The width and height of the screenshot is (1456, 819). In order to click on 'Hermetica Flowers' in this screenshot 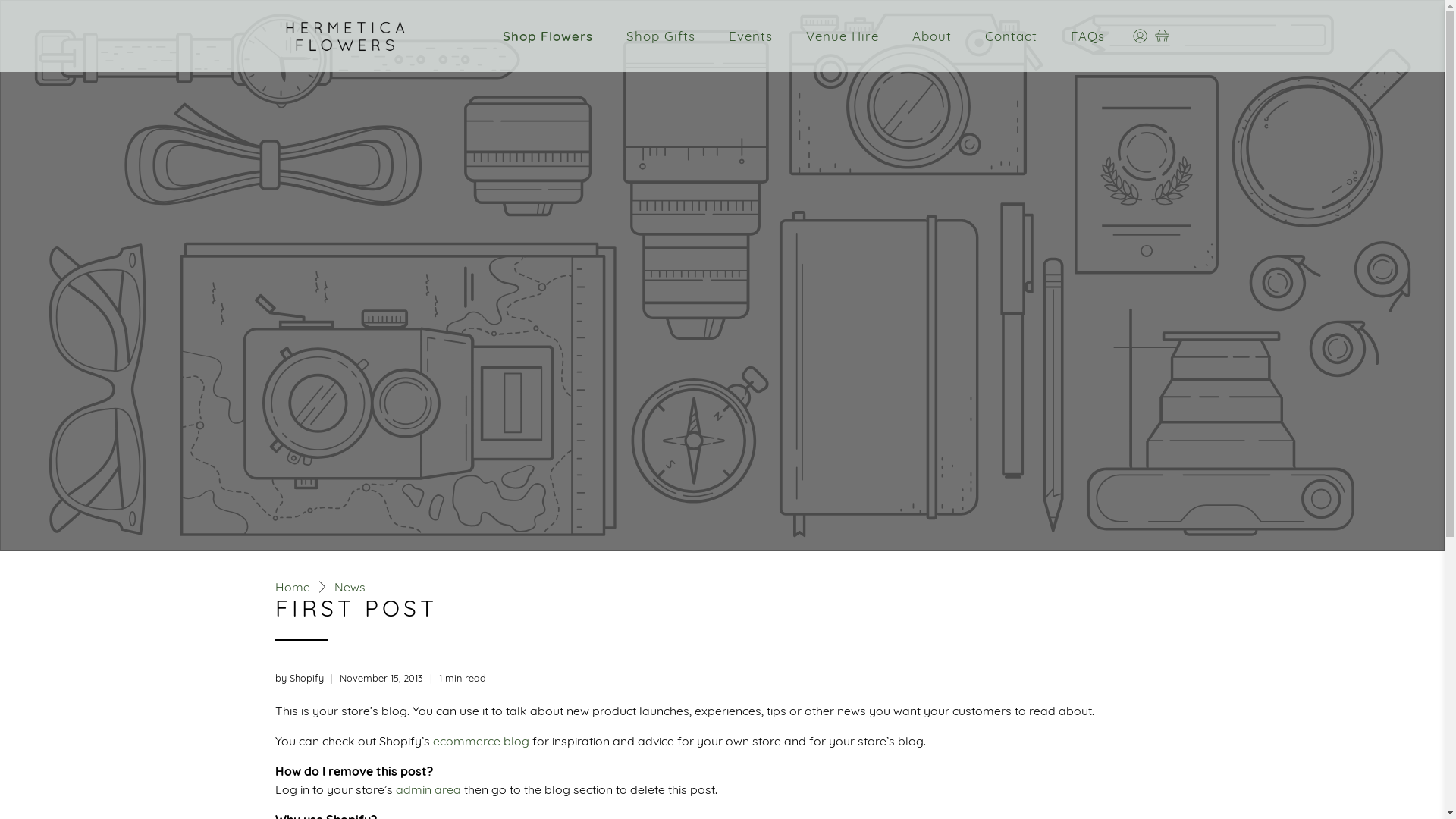, I will do `click(344, 35)`.